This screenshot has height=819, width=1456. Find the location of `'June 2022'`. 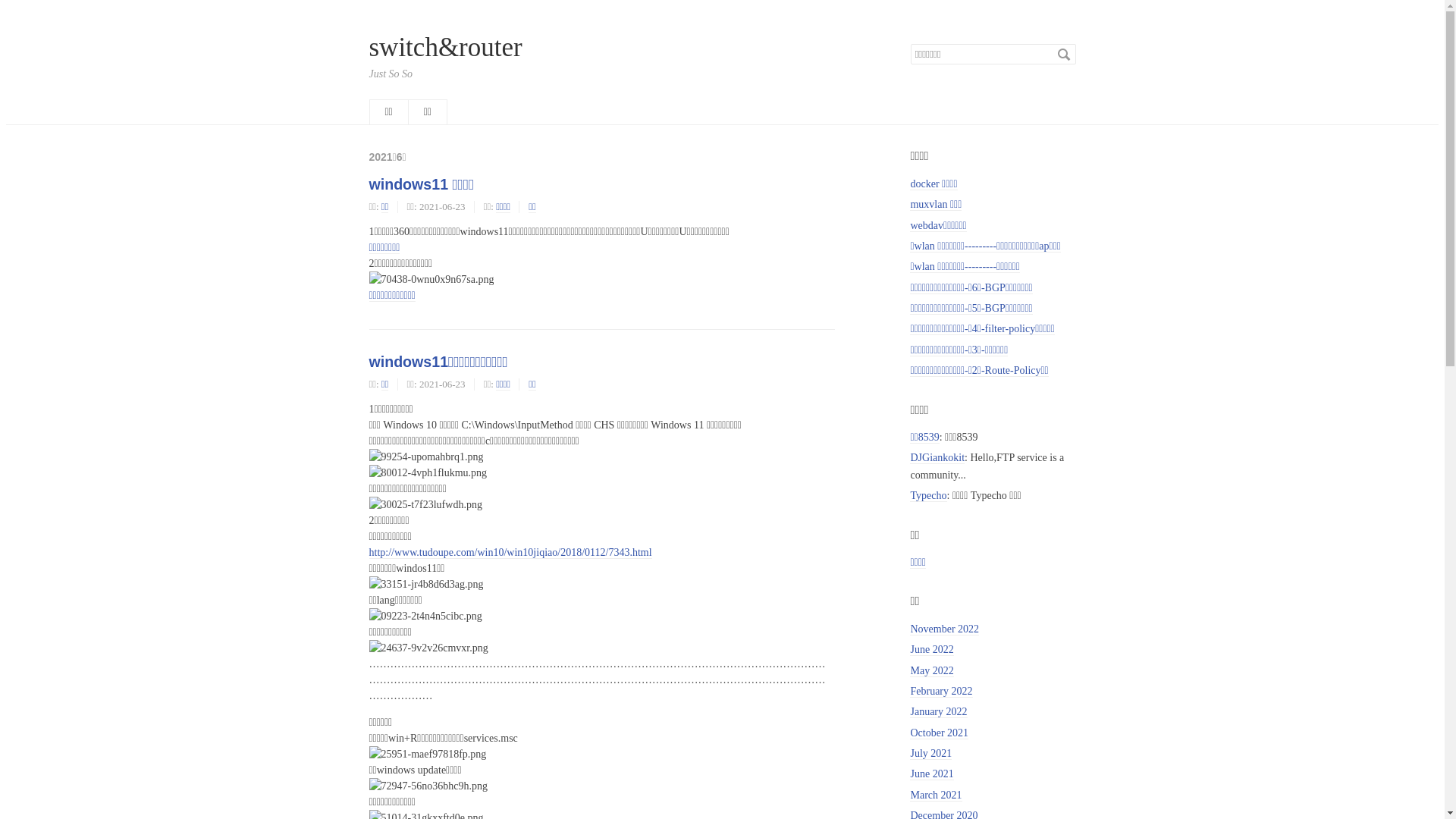

'June 2022' is located at coordinates (930, 648).